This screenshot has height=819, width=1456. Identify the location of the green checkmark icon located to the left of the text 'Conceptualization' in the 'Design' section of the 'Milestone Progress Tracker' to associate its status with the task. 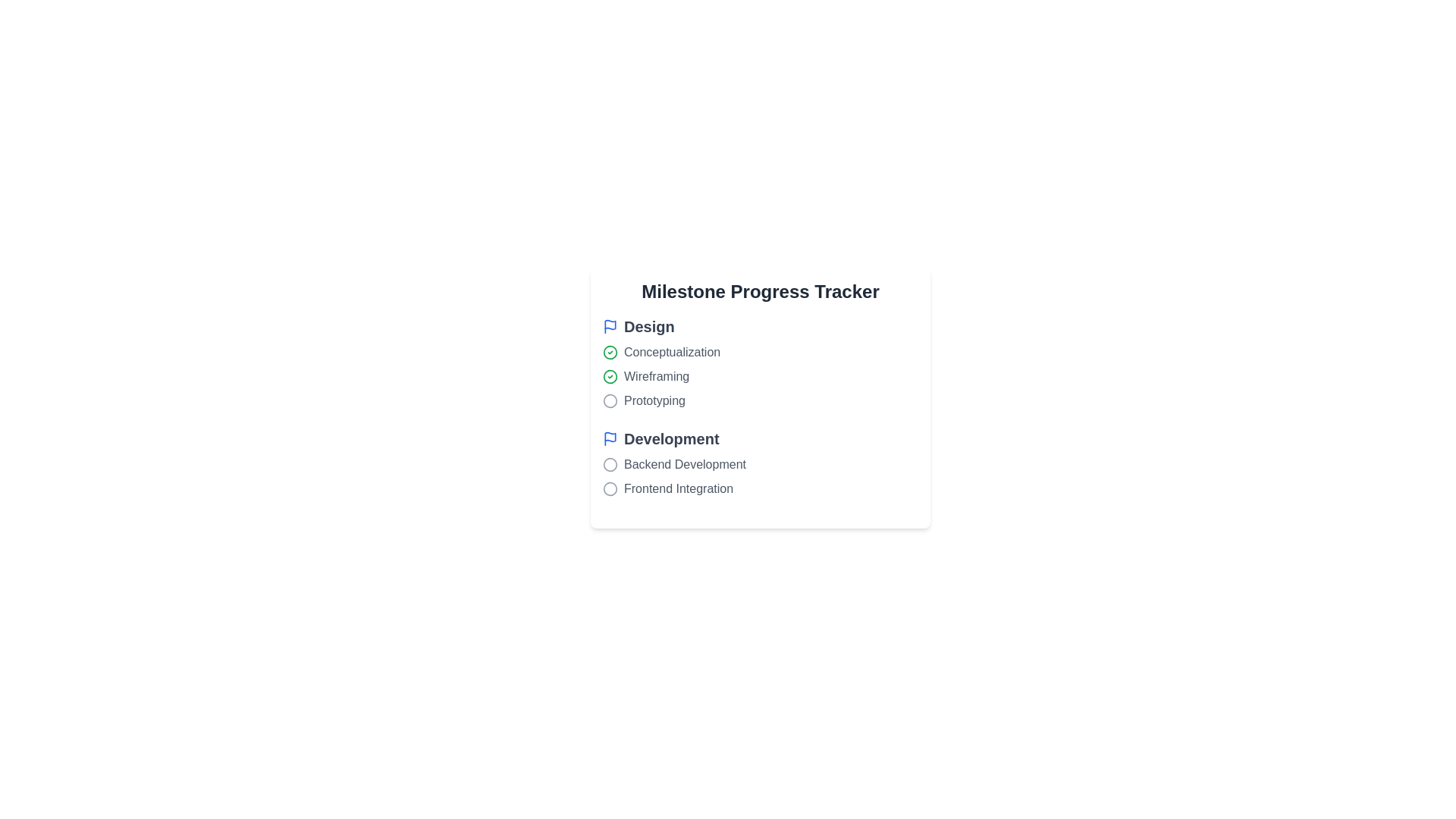
(610, 353).